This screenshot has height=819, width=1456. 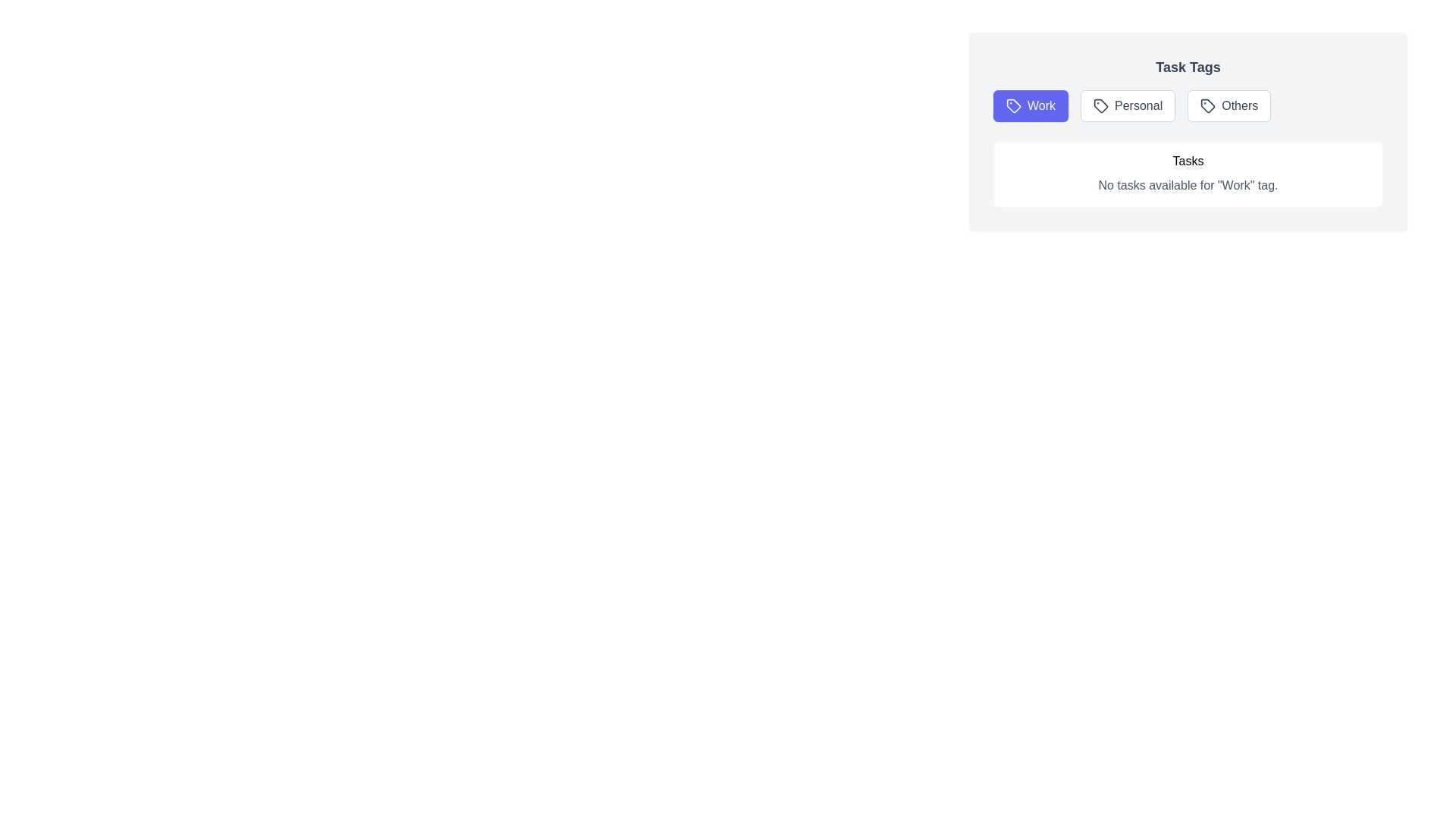 I want to click on the small tag-shaped icon with rounded corners associated with the 'Personal' button located in the 'Task Tags' segment, so click(x=1101, y=105).